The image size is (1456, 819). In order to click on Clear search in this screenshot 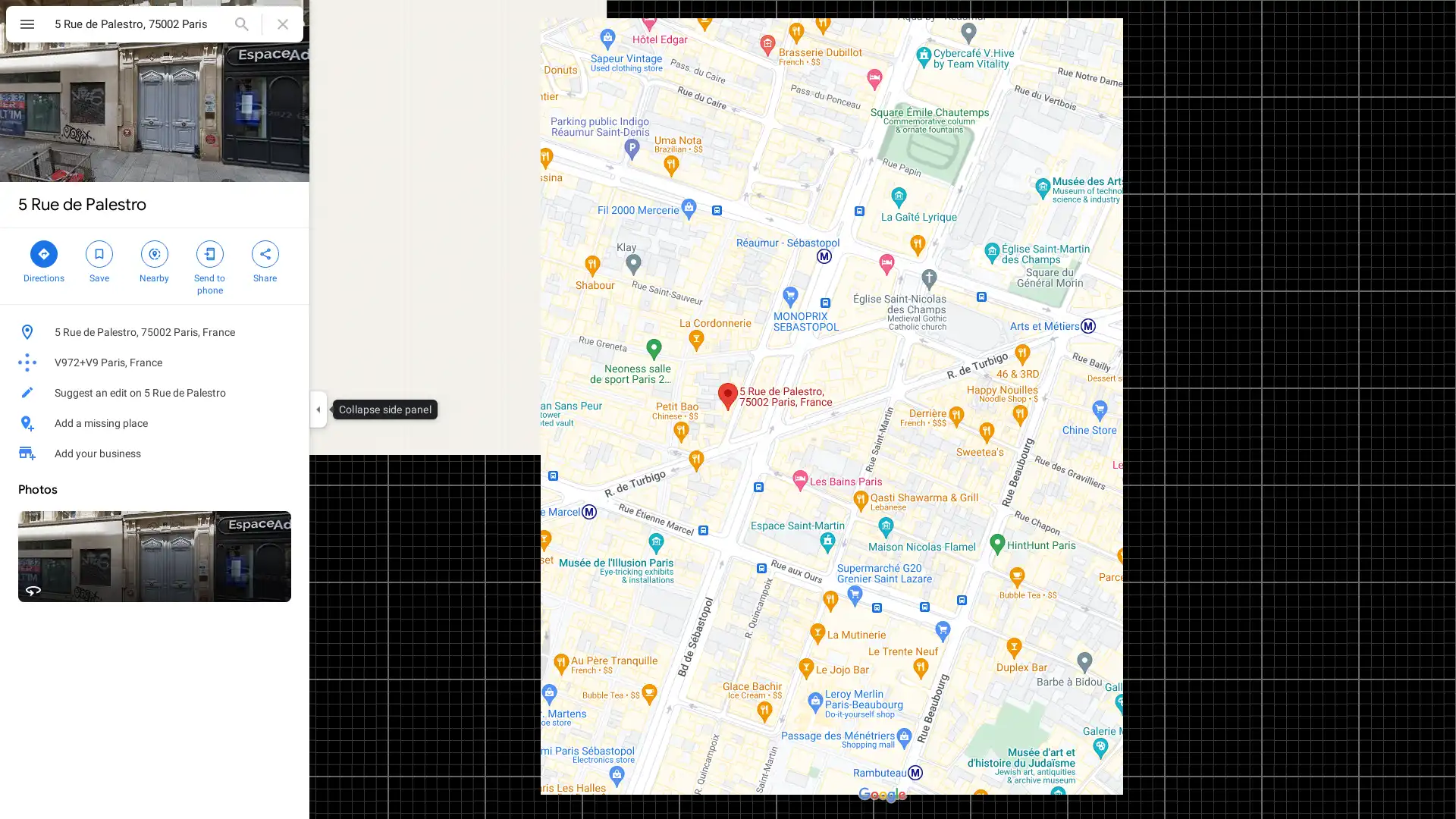, I will do `click(283, 24)`.